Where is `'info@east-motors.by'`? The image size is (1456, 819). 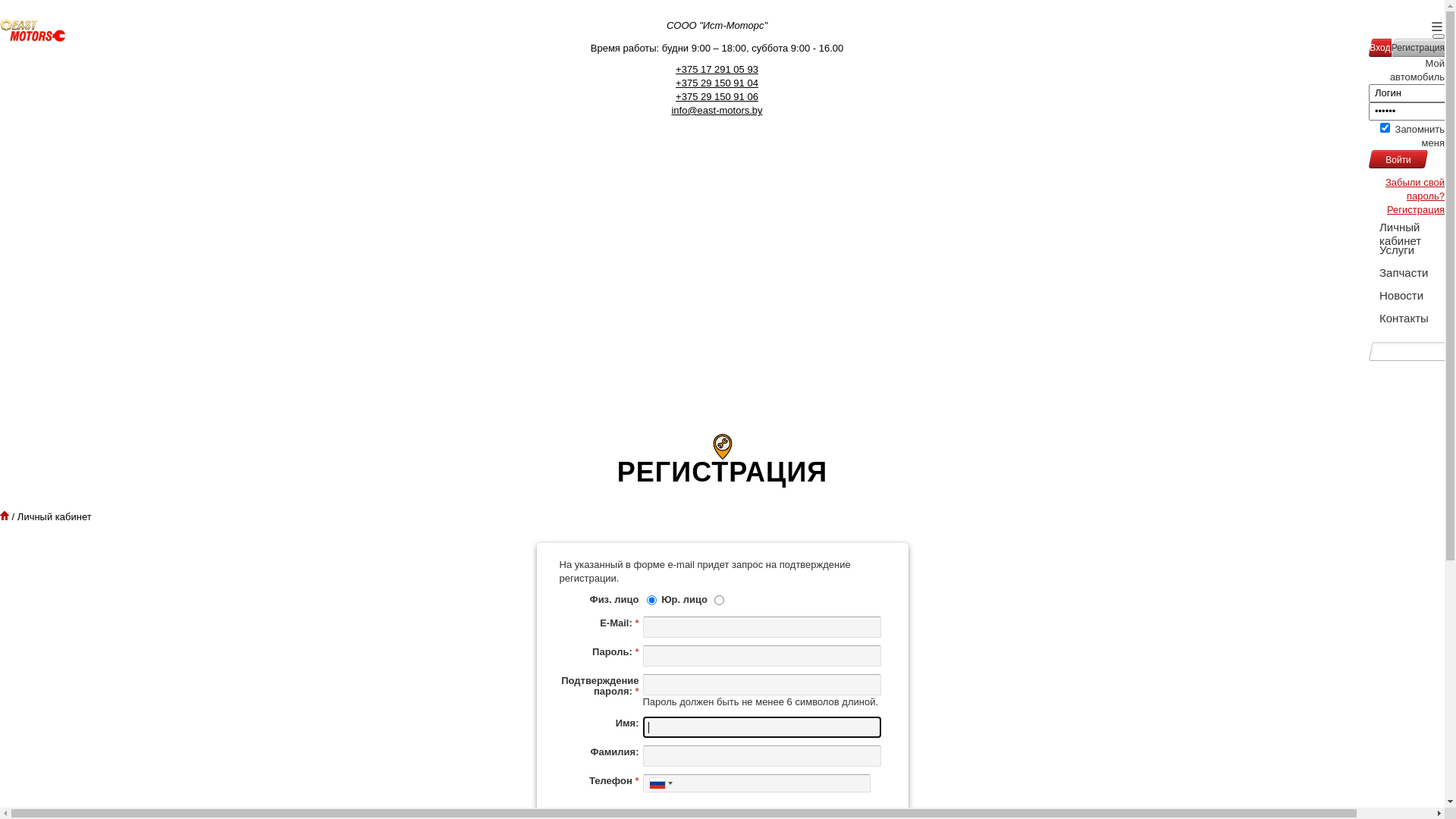 'info@east-motors.by' is located at coordinates (716, 109).